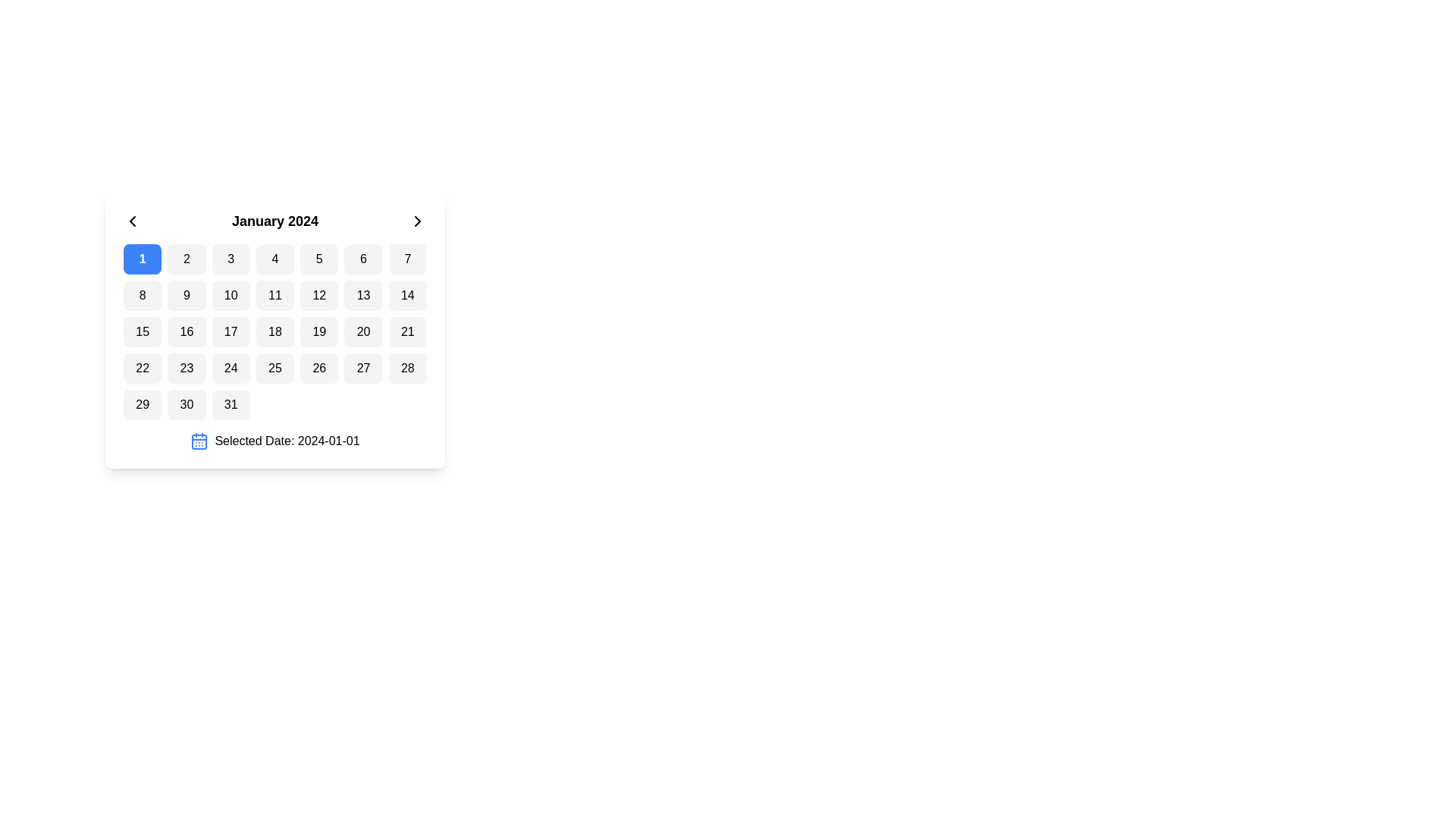  Describe the element at coordinates (407, 331) in the screenshot. I see `the button representing the 21st day of the month in the calendar interface` at that location.